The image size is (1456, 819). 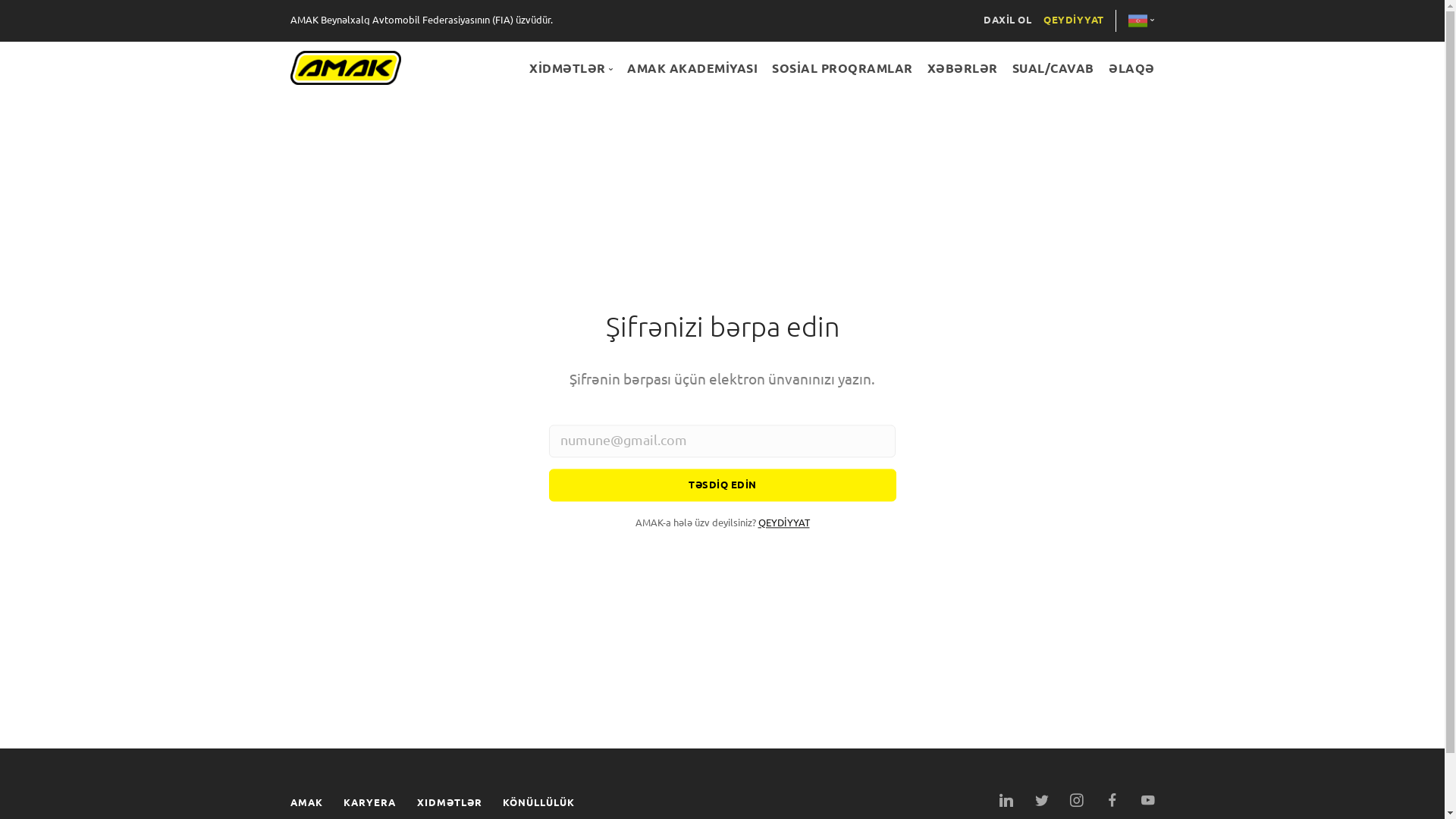 What do you see at coordinates (1052, 68) in the screenshot?
I see `'SUAL/CAVAB'` at bounding box center [1052, 68].